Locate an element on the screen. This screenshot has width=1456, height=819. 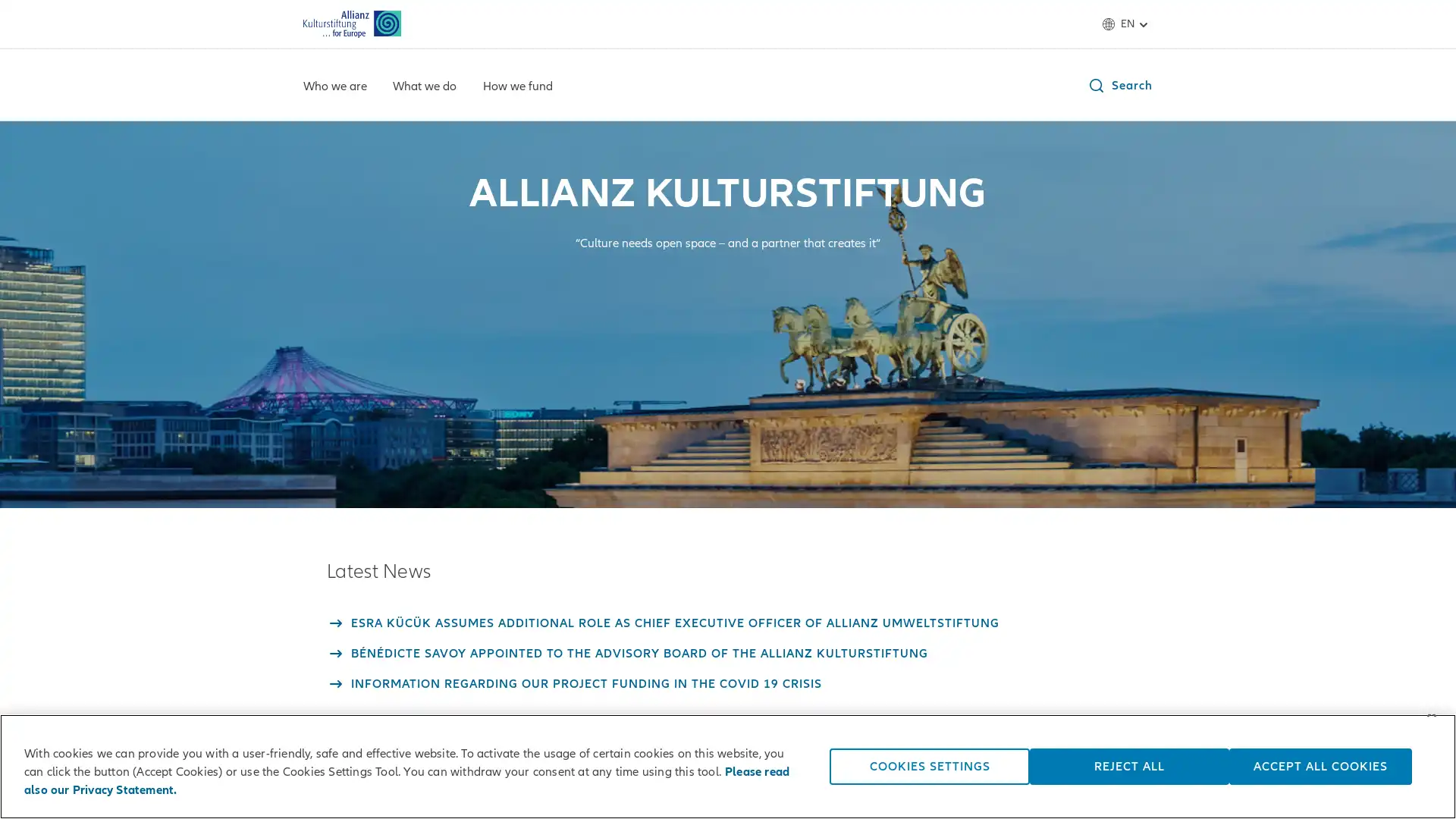
Close is located at coordinates (1430, 711).